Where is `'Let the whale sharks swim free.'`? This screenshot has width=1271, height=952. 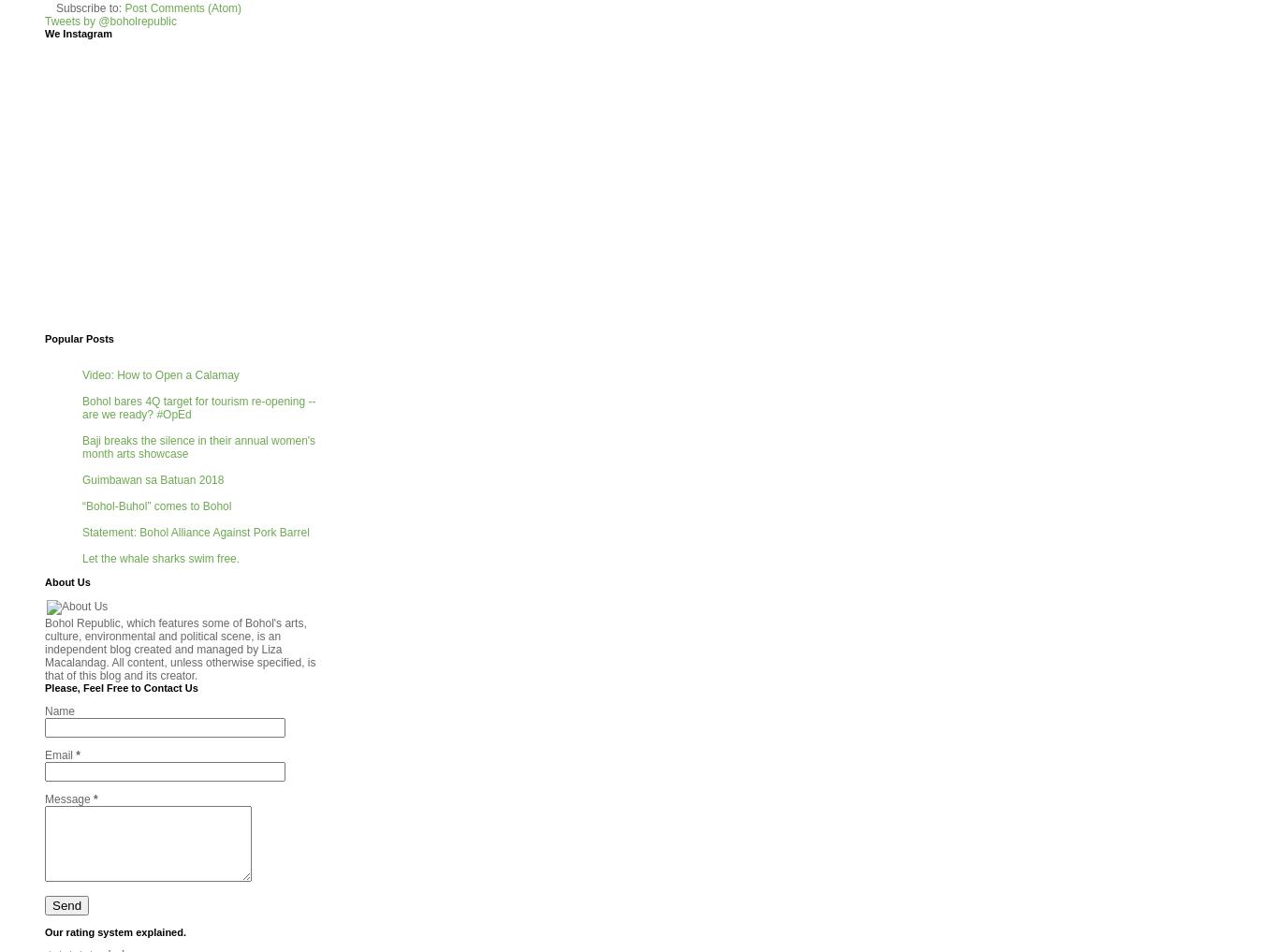
'Let the whale sharks swim free.' is located at coordinates (81, 557).